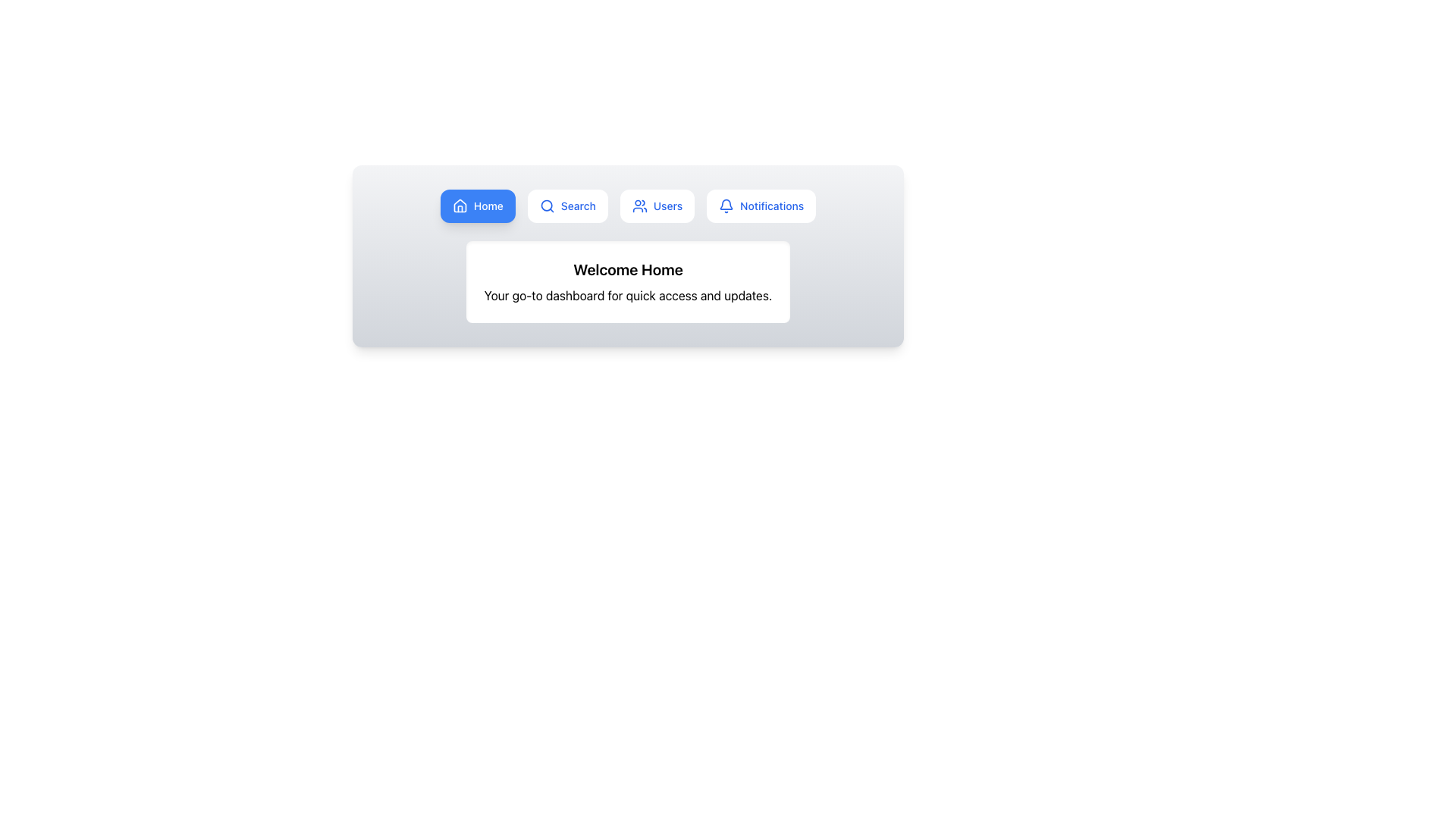 This screenshot has width=1456, height=819. I want to click on the Notifications button represented by the bell icon, which is the fourth button from the left in the navigation bar, so click(726, 206).